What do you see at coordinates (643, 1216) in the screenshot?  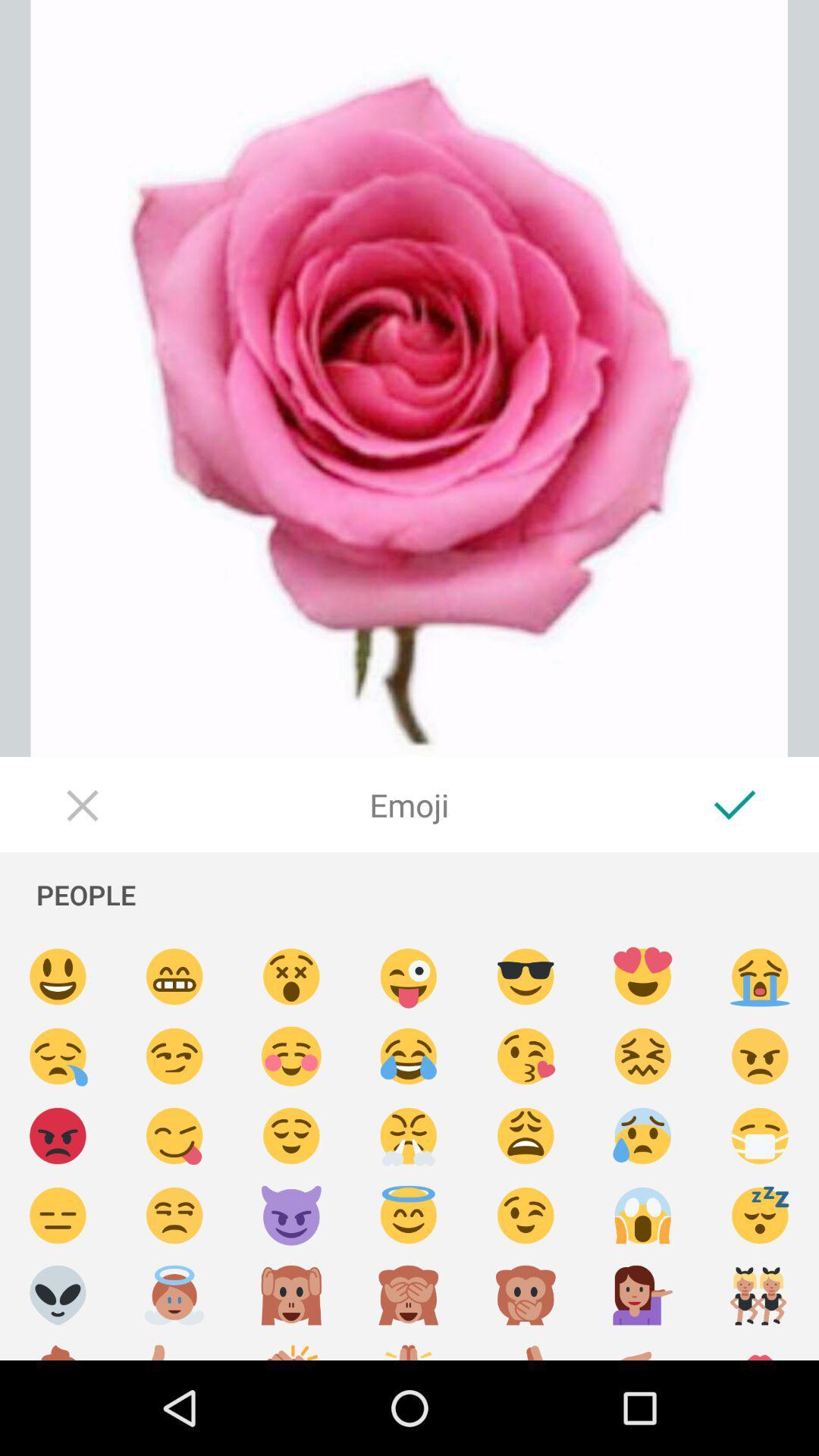 I see `insert emoji` at bounding box center [643, 1216].